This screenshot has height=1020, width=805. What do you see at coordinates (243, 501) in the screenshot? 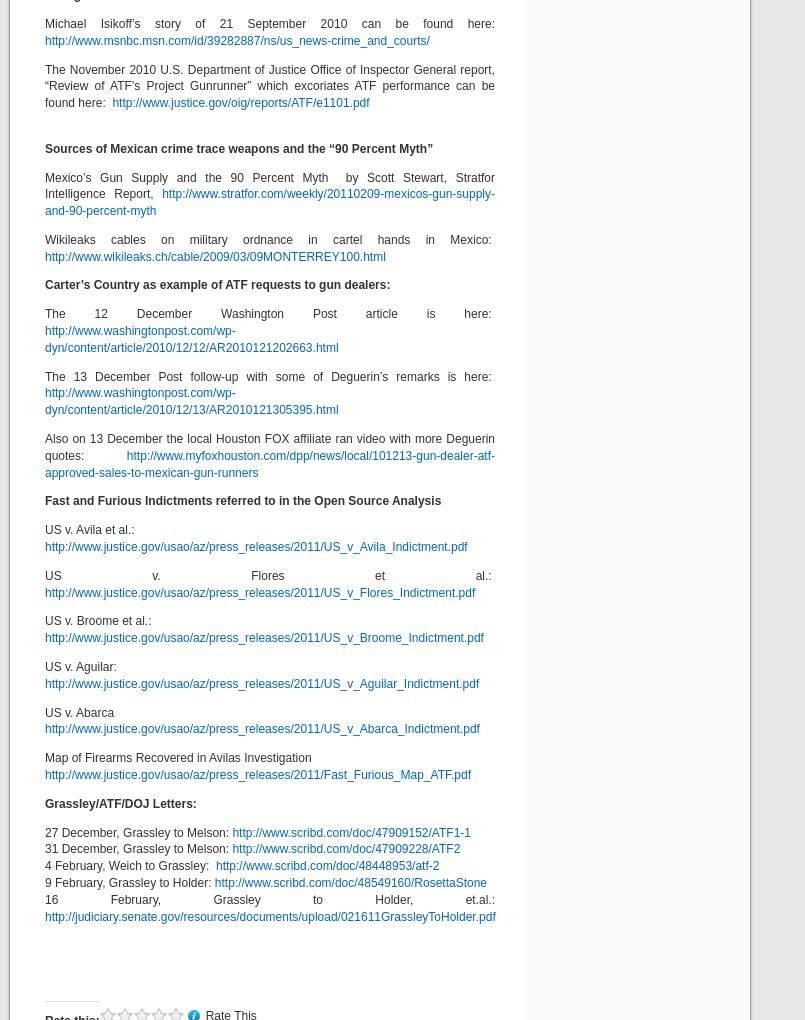
I see `'Fast and Furious Indictments referred to in the Open  Source Analysis'` at bounding box center [243, 501].